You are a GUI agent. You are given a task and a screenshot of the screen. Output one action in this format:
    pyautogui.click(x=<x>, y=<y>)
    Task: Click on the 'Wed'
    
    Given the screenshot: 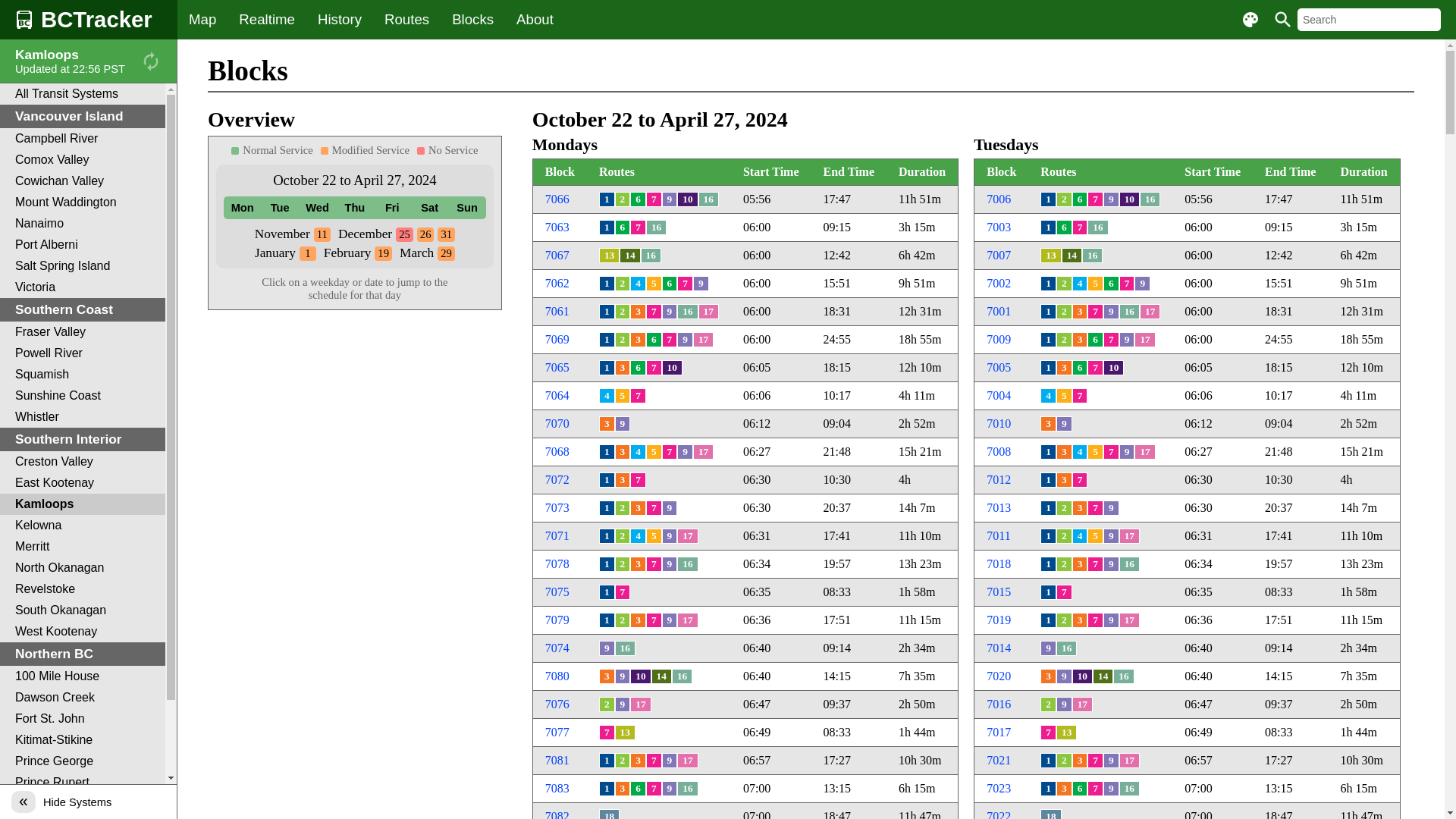 What is the action you would take?
    pyautogui.click(x=316, y=207)
    